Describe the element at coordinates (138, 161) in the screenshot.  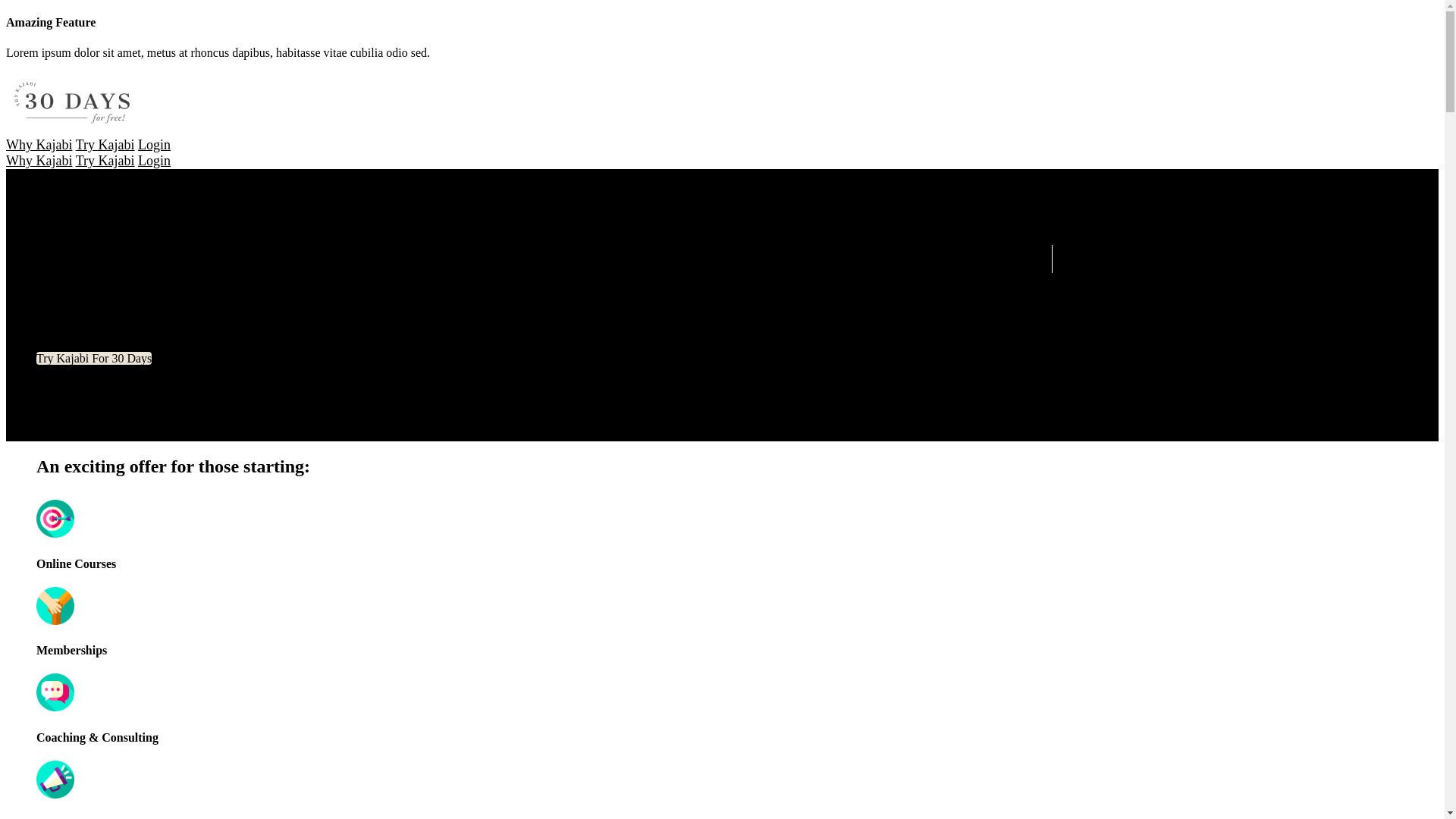
I see `'Login'` at that location.